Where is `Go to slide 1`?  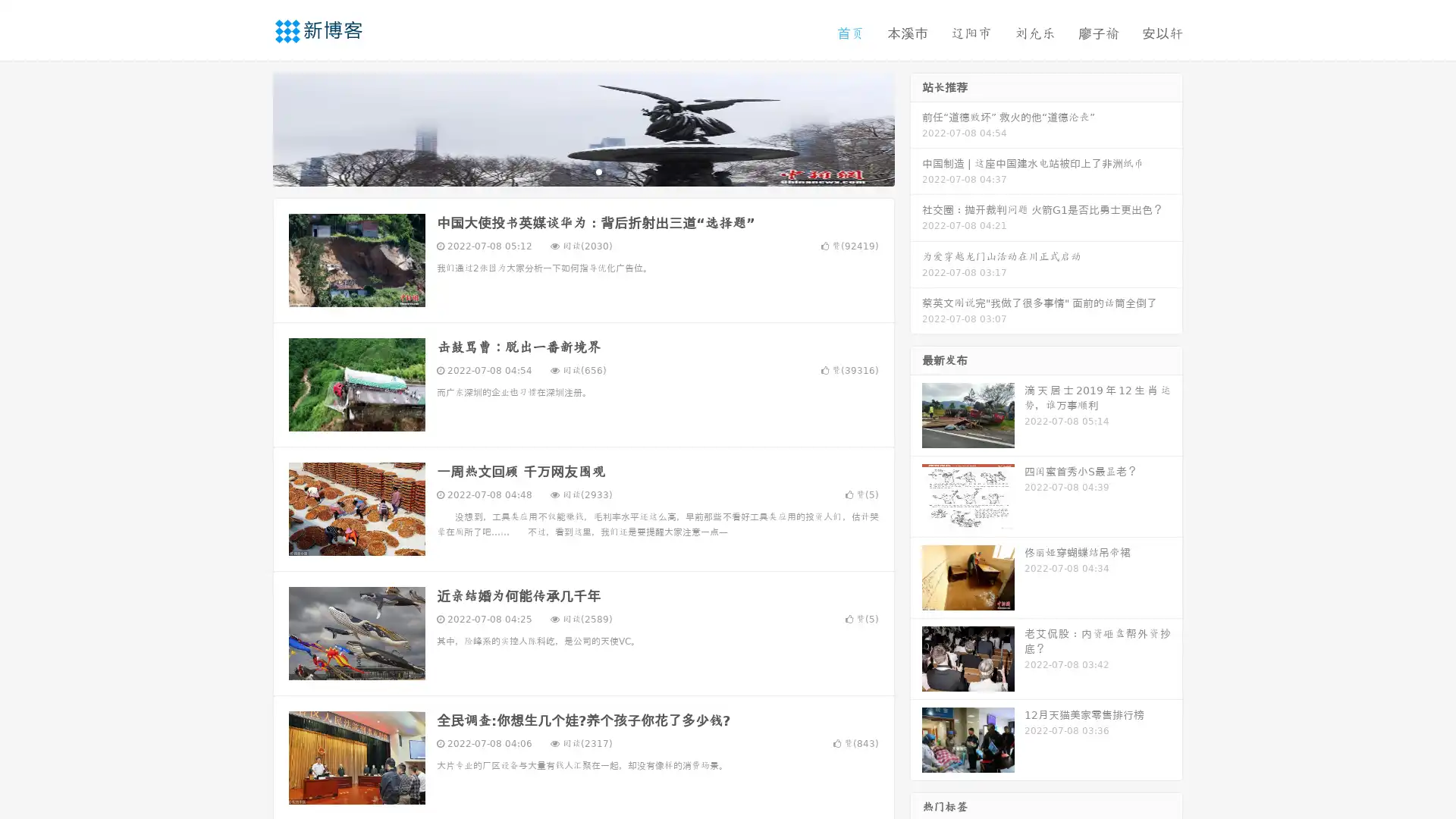
Go to slide 1 is located at coordinates (567, 171).